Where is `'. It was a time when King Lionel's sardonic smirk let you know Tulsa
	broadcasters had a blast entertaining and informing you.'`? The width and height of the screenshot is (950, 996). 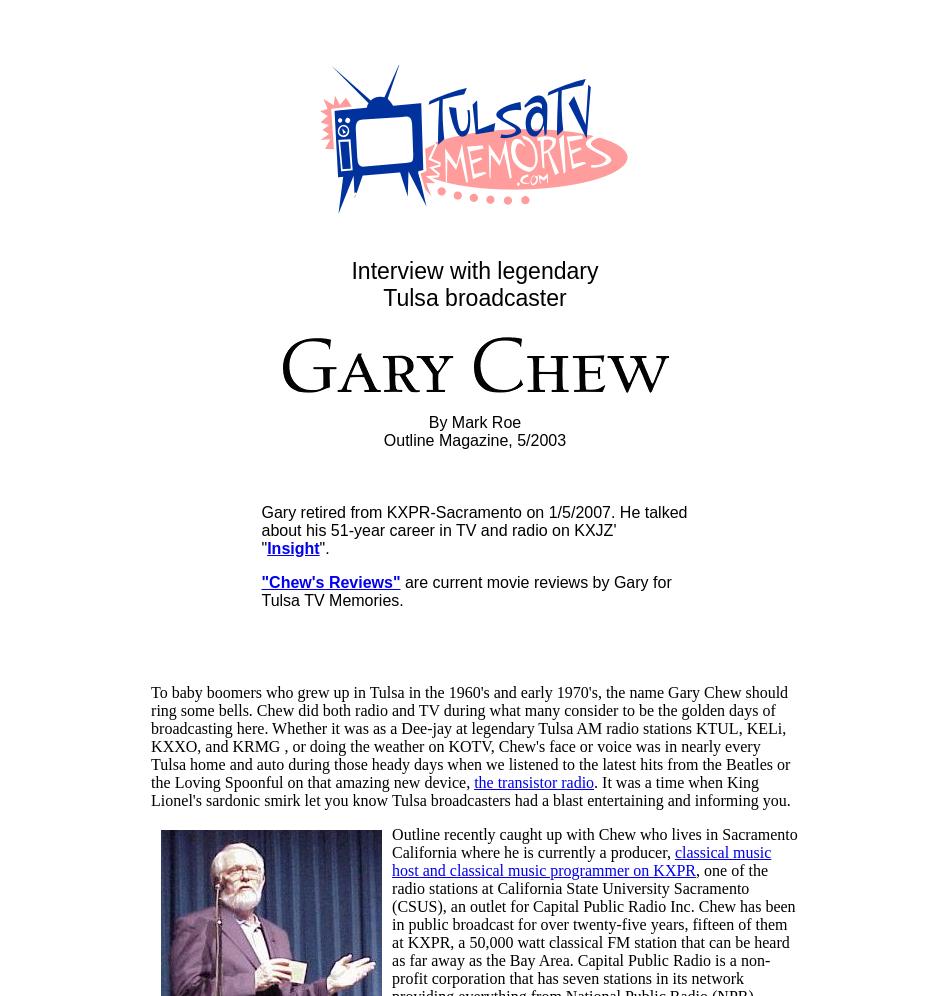 '. It was a time when King Lionel's sardonic smirk let you know Tulsa
	broadcasters had a blast entertaining and informing you.' is located at coordinates (150, 790).